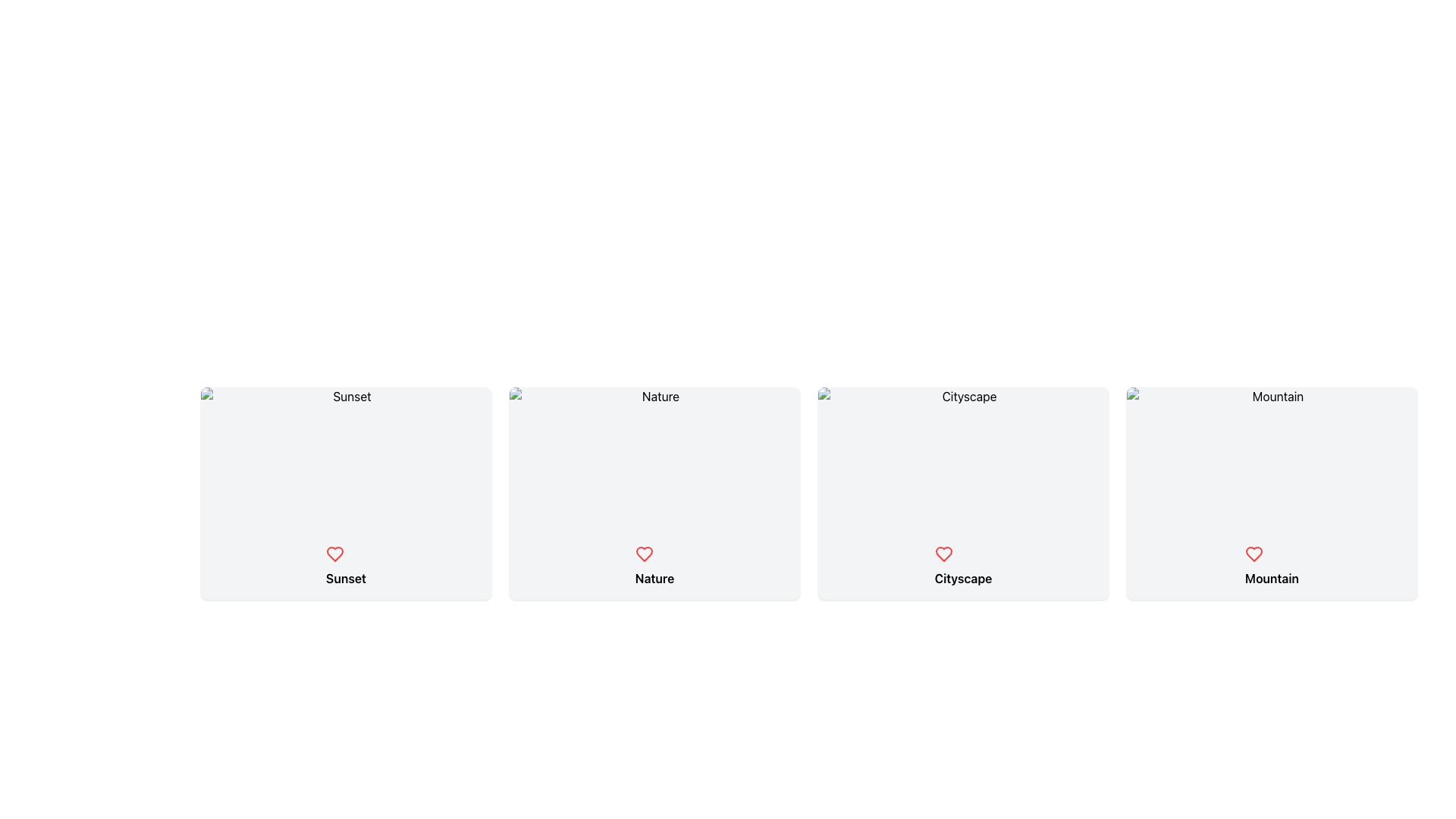 This screenshot has height=819, width=1456. What do you see at coordinates (345, 566) in the screenshot?
I see `text content of the Text block with a red heart icon labeled 'Sunset', which is centrally positioned within the first card of a horizontal list` at bounding box center [345, 566].